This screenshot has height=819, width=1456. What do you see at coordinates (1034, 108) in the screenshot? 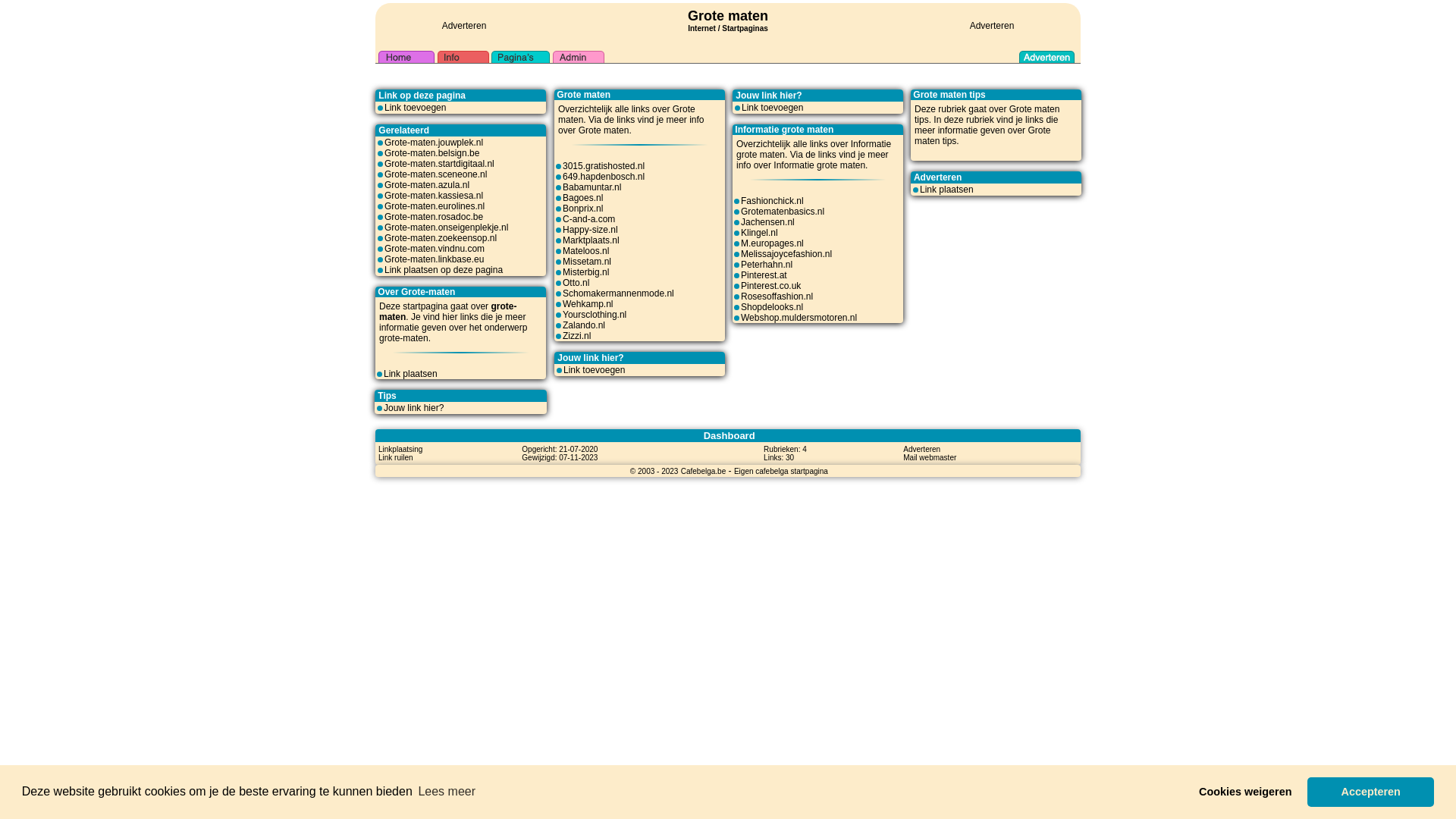
I see `'Grote maten'` at bounding box center [1034, 108].